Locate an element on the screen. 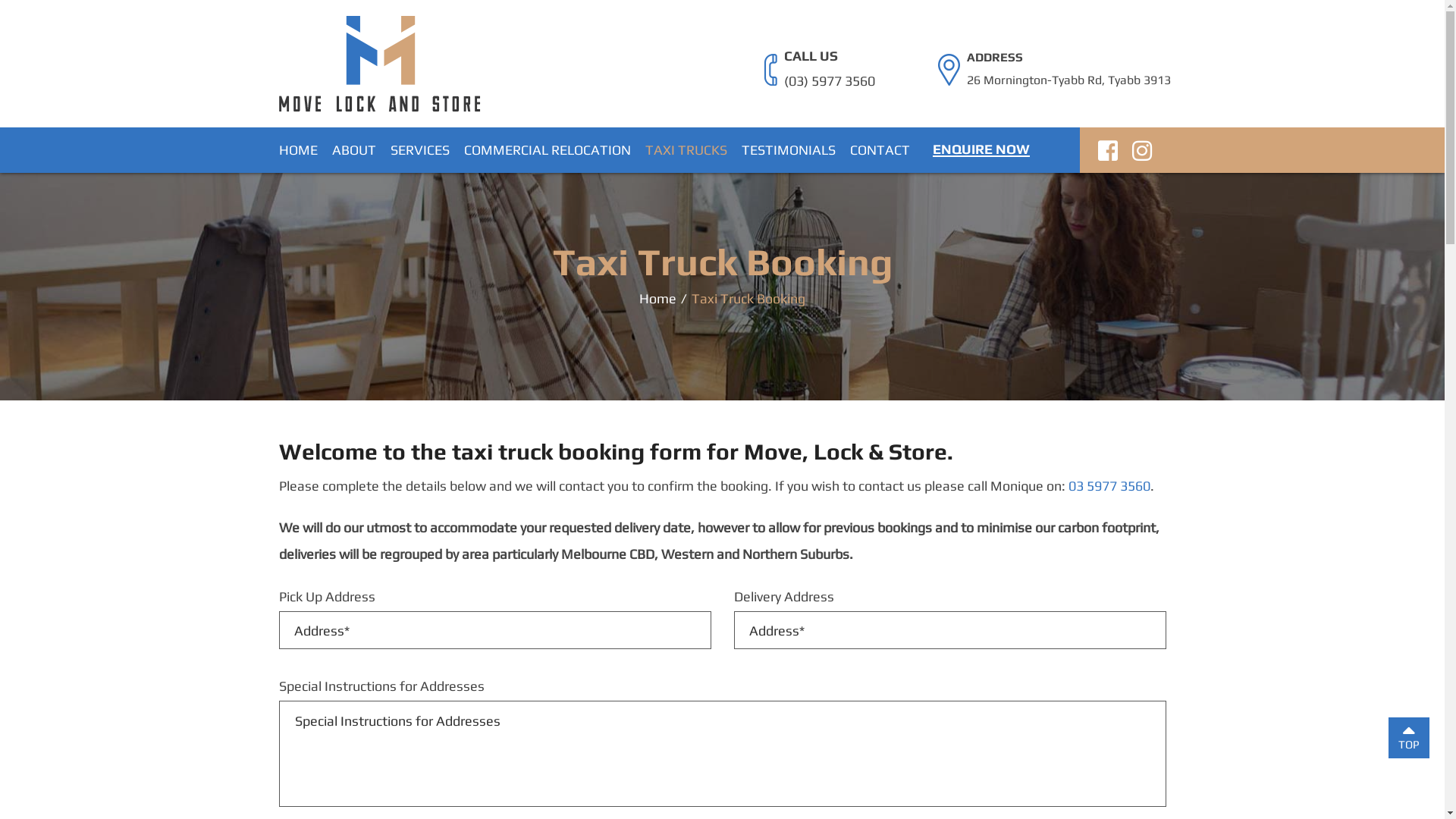  'ABOUT' is located at coordinates (353, 149).